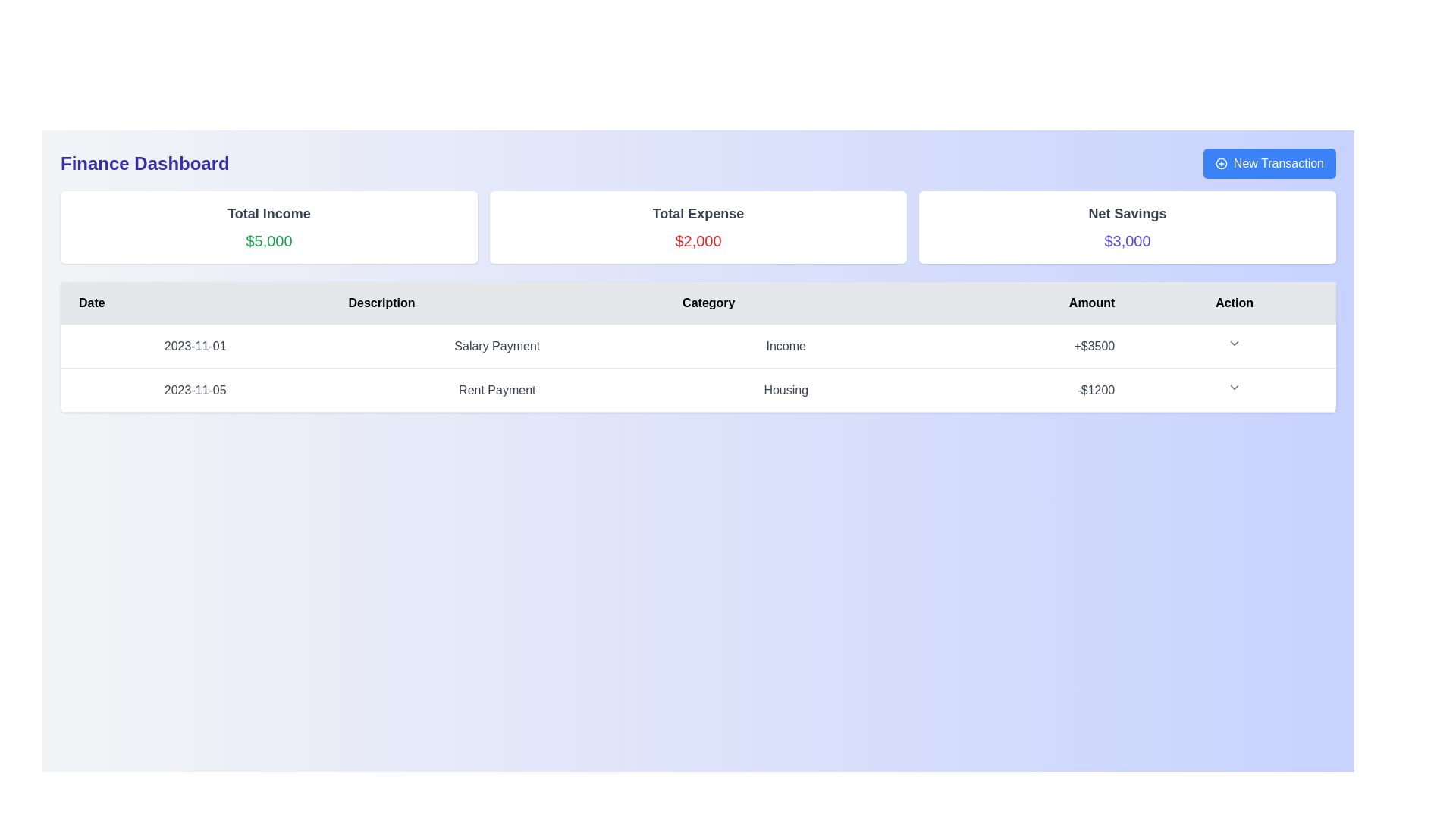 The height and width of the screenshot is (819, 1456). What do you see at coordinates (1235, 386) in the screenshot?
I see `the Dropdown toggle button in the 'Action' column of the table for the 'Rent Payment' row` at bounding box center [1235, 386].